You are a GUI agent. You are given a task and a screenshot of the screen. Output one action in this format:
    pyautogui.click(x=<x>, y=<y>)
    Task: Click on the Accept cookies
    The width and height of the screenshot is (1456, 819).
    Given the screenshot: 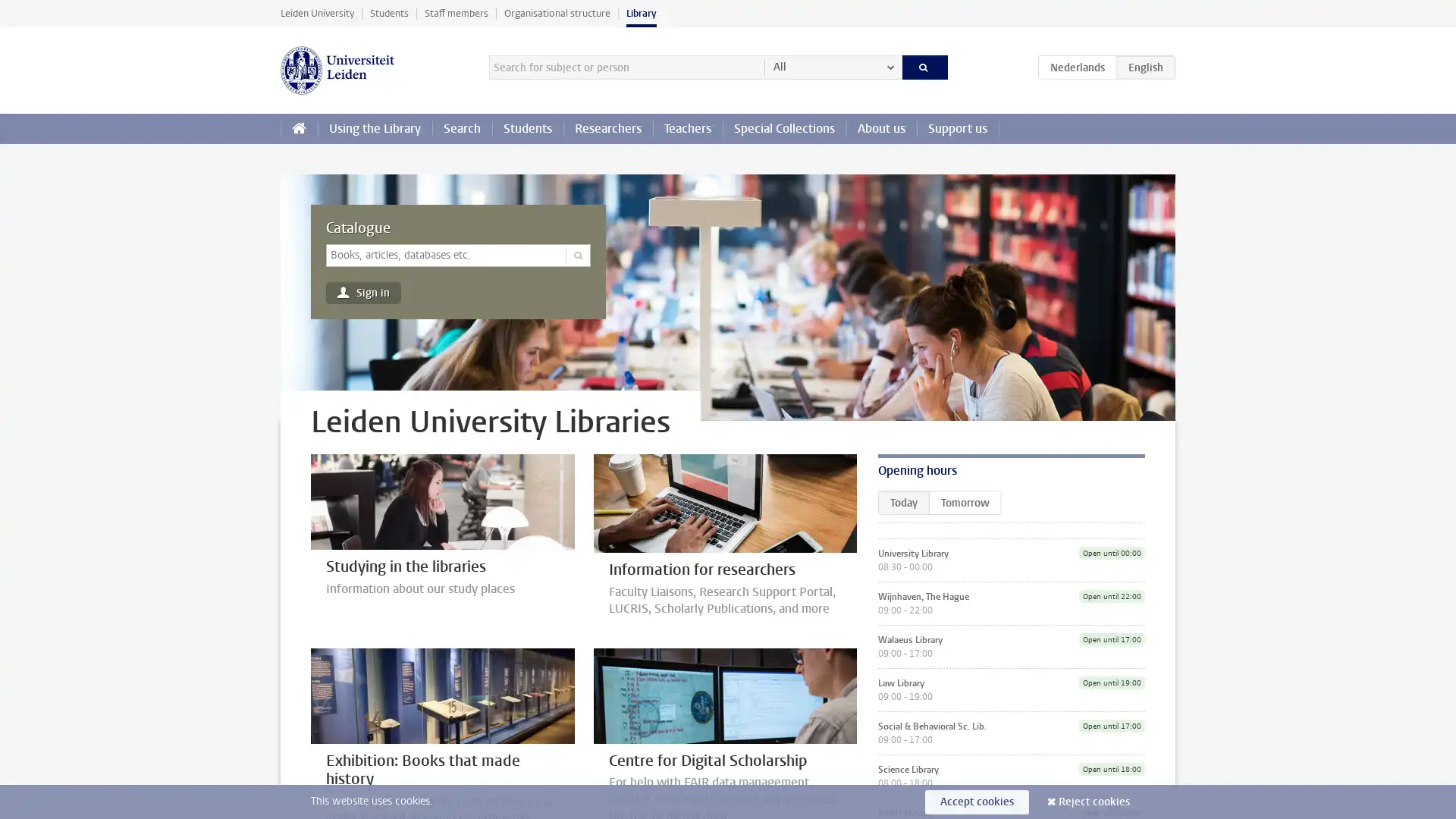 What is the action you would take?
    pyautogui.click(x=977, y=801)
    